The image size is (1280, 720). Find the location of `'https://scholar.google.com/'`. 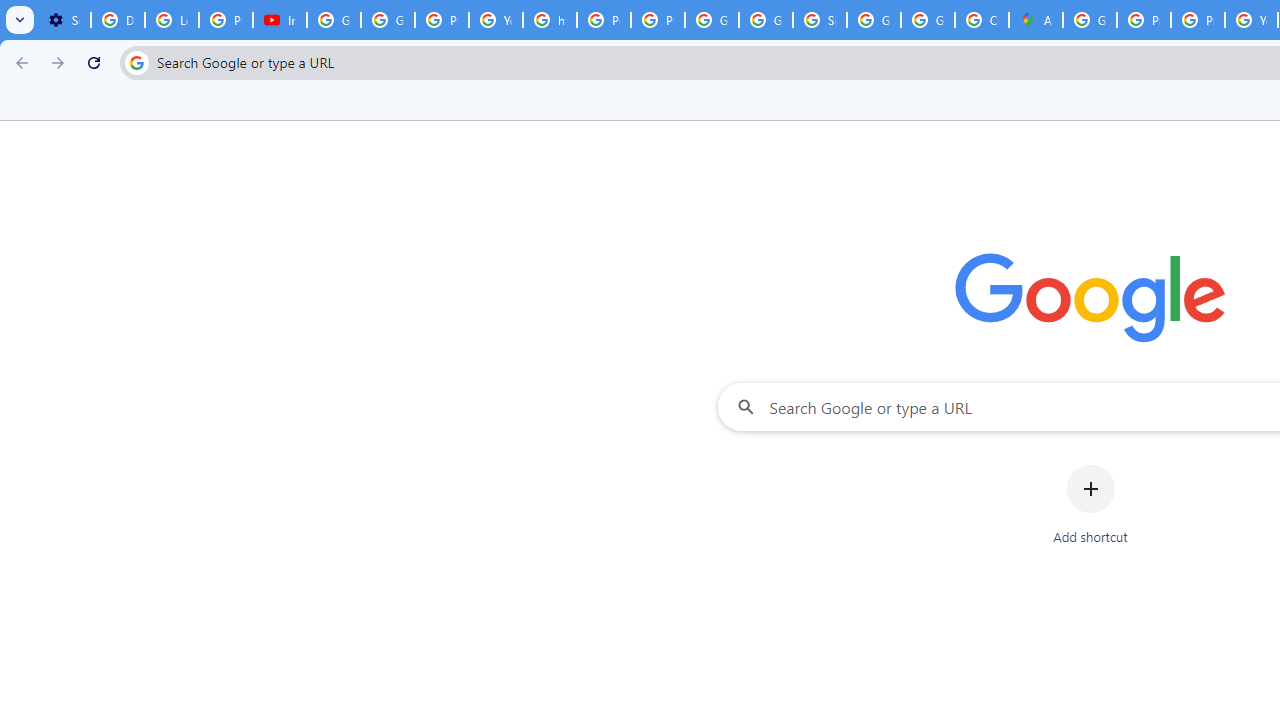

'https://scholar.google.com/' is located at coordinates (550, 20).